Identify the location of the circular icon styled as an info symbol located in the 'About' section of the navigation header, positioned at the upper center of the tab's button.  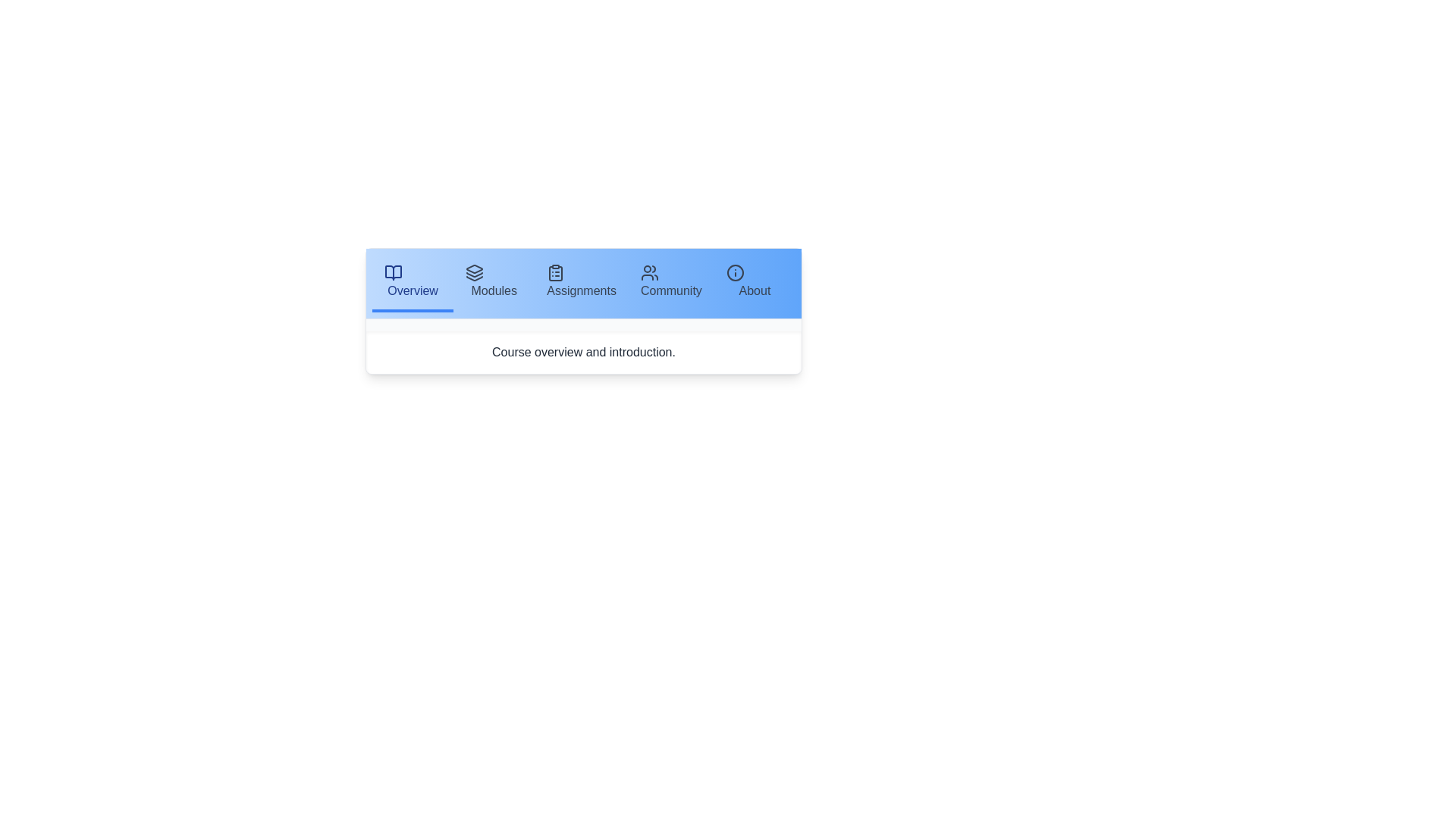
(735, 271).